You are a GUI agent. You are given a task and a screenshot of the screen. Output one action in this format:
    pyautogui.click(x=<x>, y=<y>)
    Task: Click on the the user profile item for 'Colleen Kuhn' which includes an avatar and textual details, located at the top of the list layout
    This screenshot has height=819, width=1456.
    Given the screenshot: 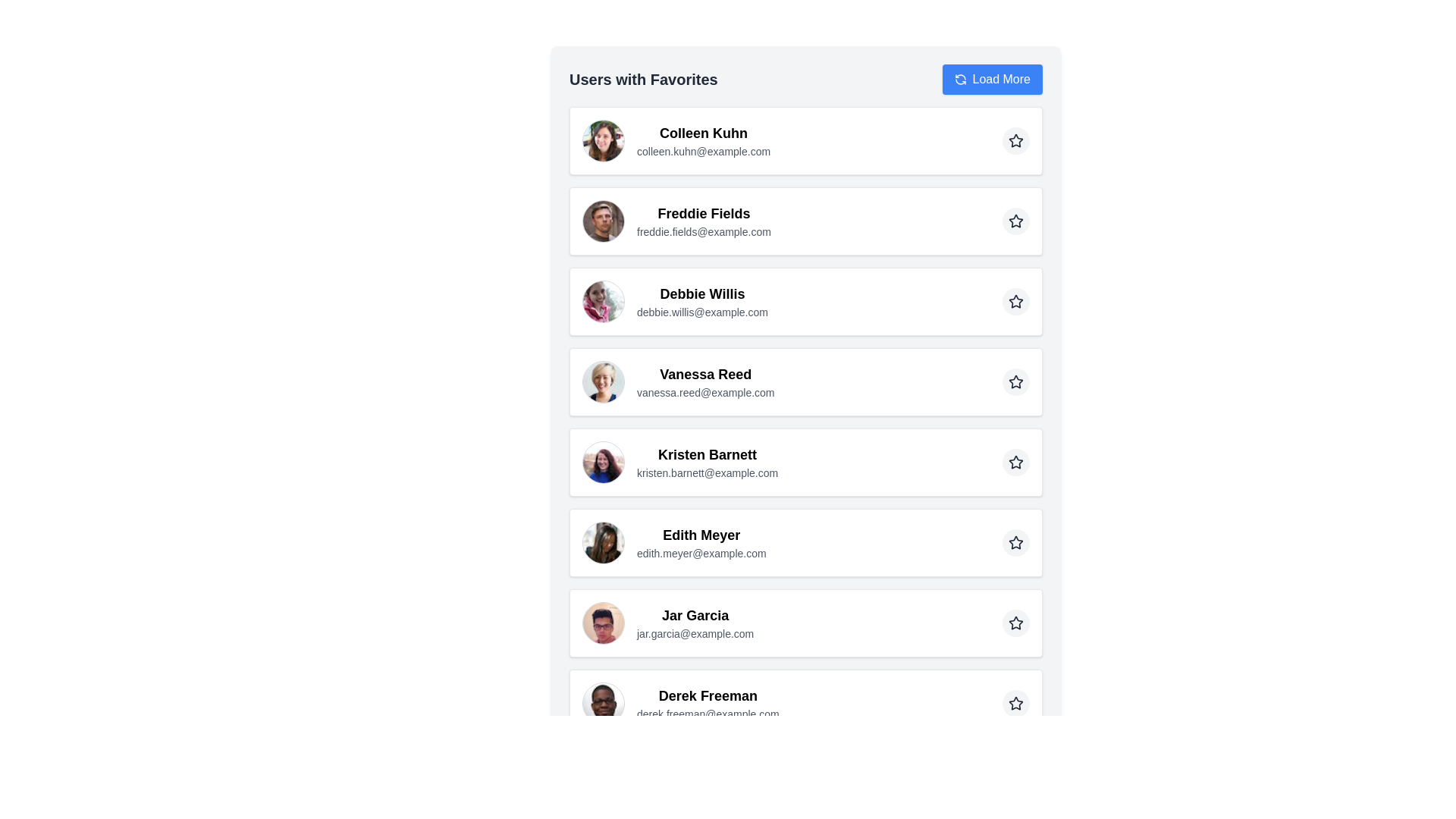 What is the action you would take?
    pyautogui.click(x=676, y=140)
    